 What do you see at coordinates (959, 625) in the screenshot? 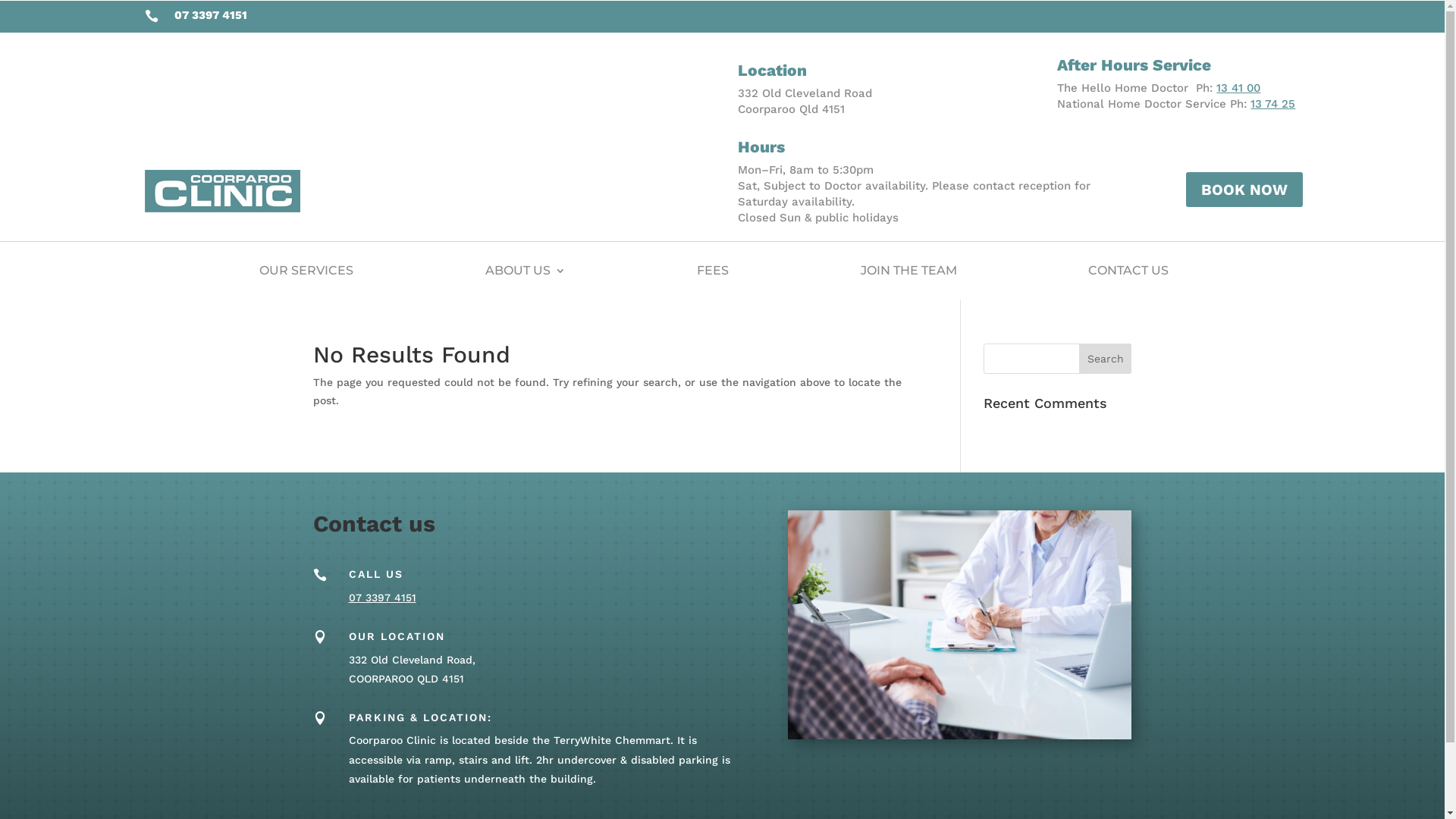
I see `'Medical prescriptions'` at bounding box center [959, 625].